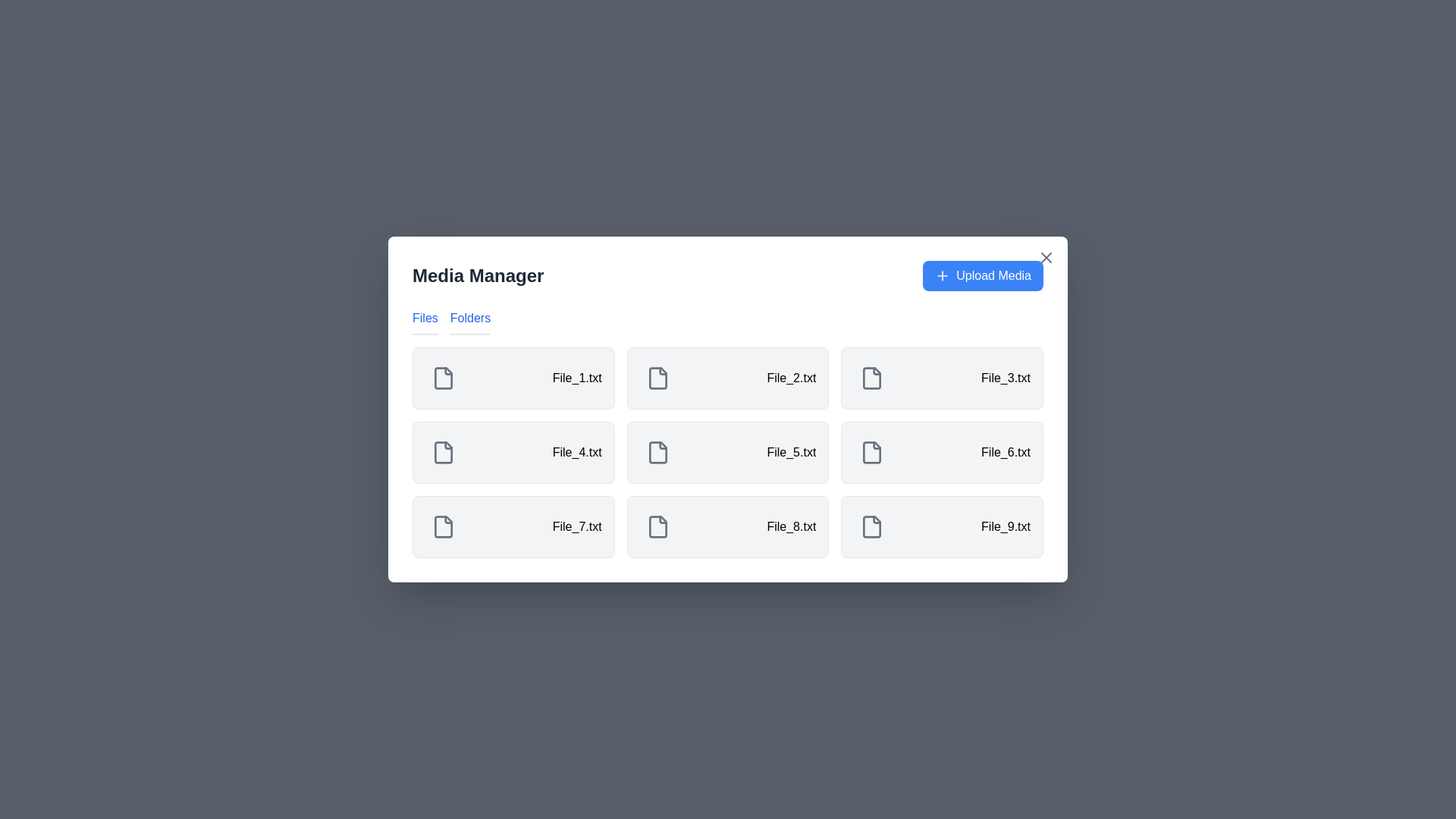 Image resolution: width=1456 pixels, height=819 pixels. I want to click on the 'Media Manager' heading text label, which is bold and prominently displayed in dark gray color, located in the header area of the interface, so click(477, 275).